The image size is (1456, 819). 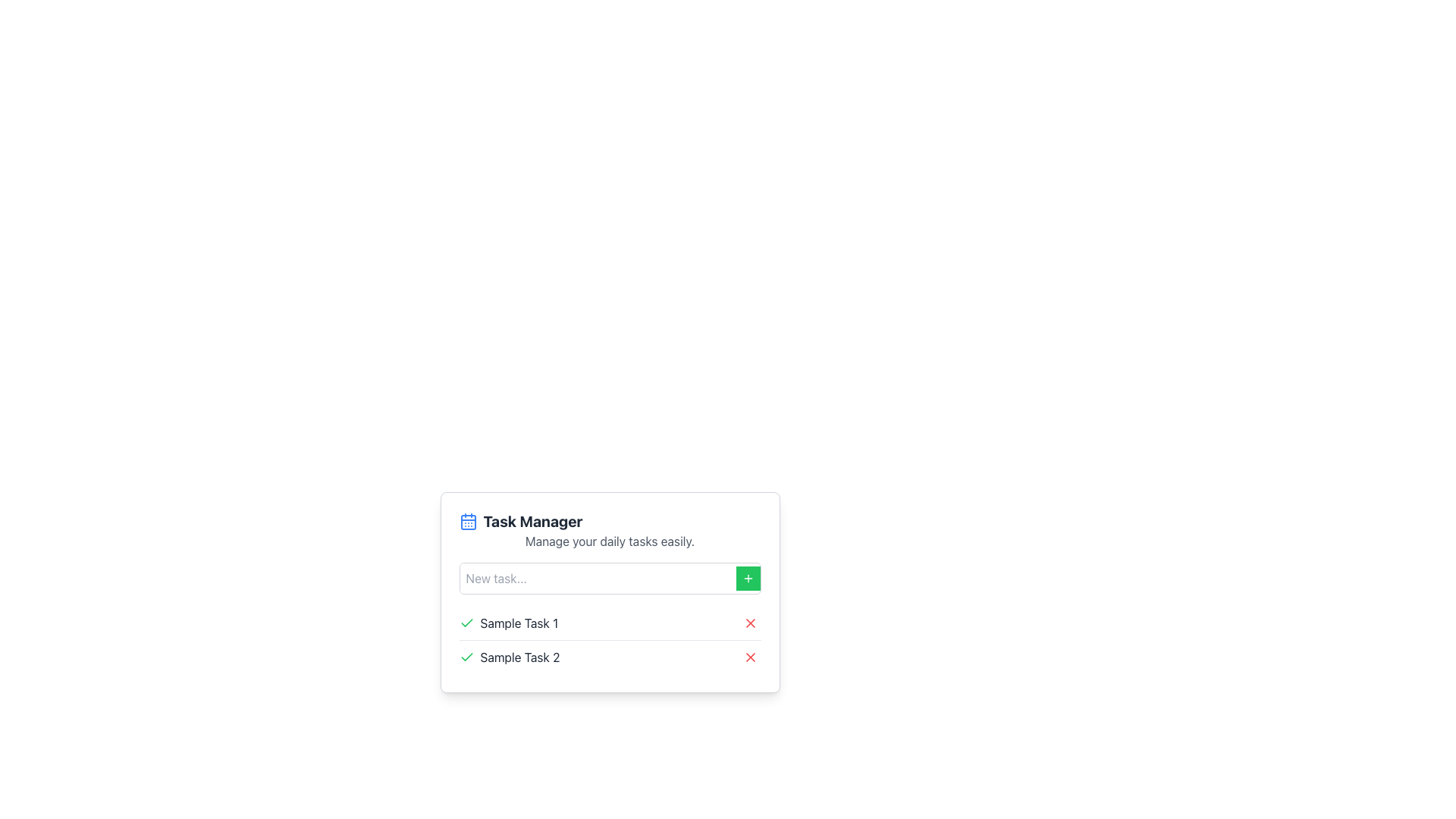 I want to click on the green rectangular button with a white plus icon, positioned to the right of the 'New task...' input field, so click(x=748, y=579).